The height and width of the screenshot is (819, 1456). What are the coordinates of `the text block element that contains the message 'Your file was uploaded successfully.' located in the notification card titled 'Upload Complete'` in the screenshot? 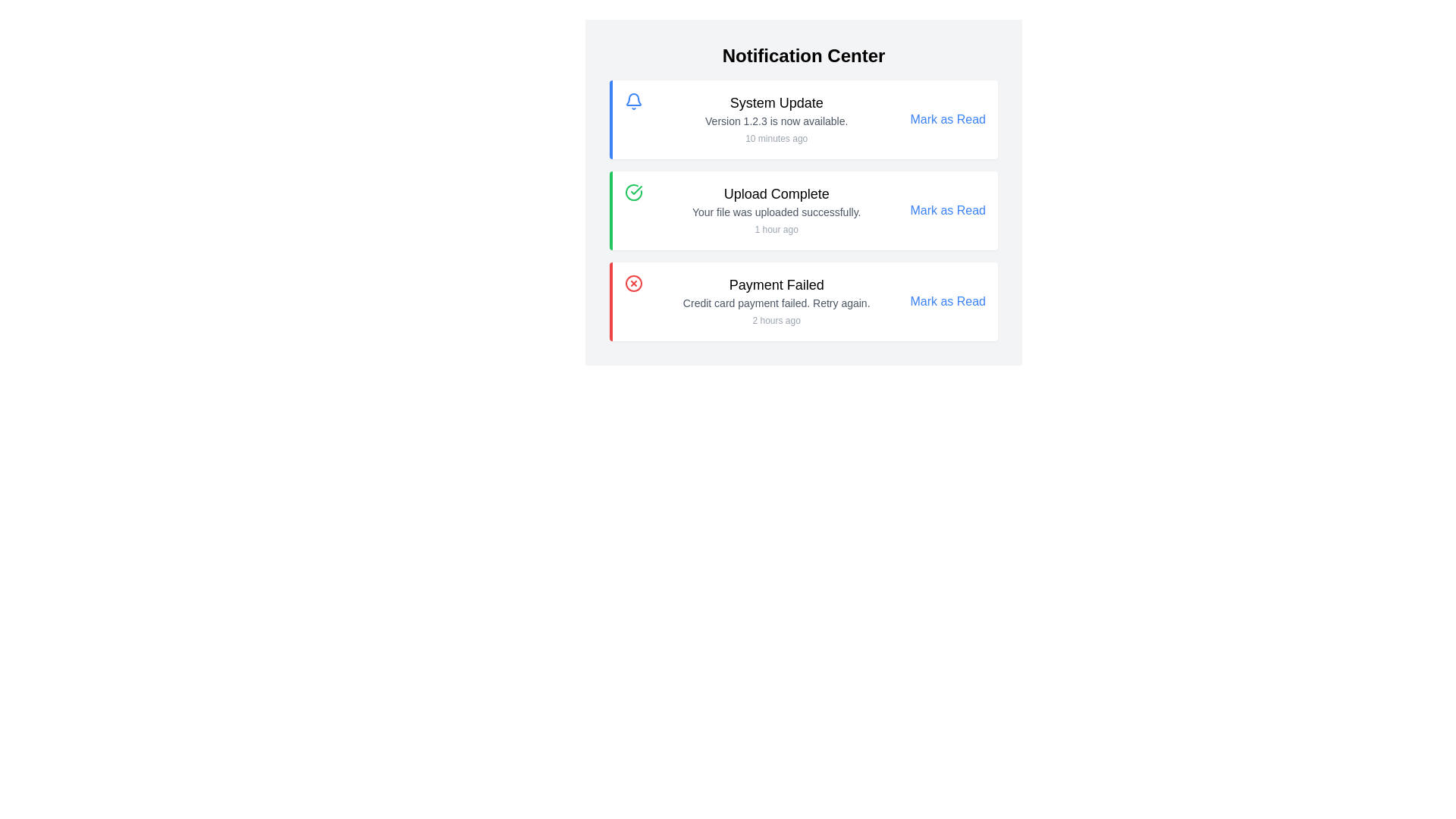 It's located at (777, 212).